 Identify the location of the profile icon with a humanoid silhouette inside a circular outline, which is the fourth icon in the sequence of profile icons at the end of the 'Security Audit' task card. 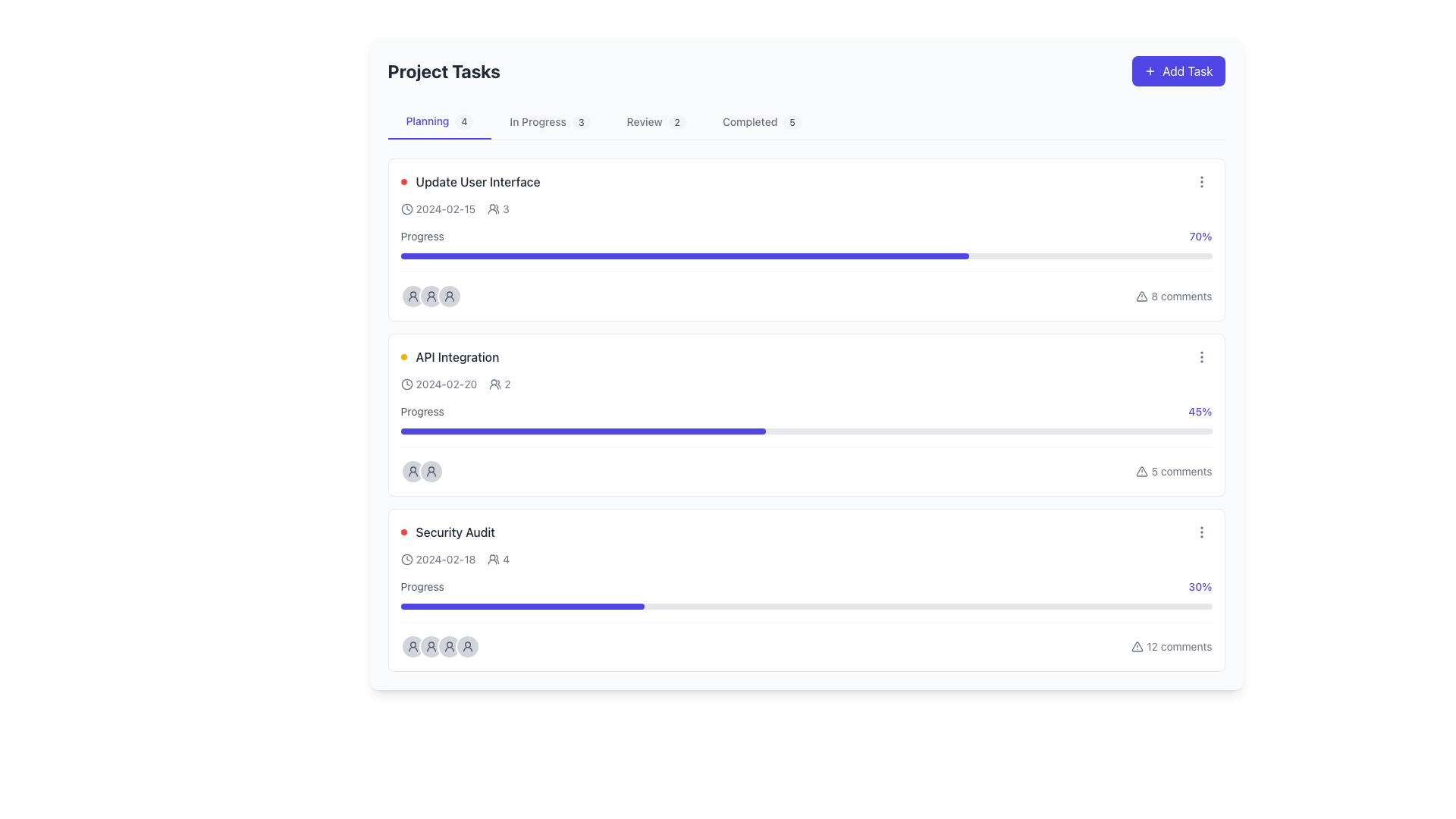
(466, 646).